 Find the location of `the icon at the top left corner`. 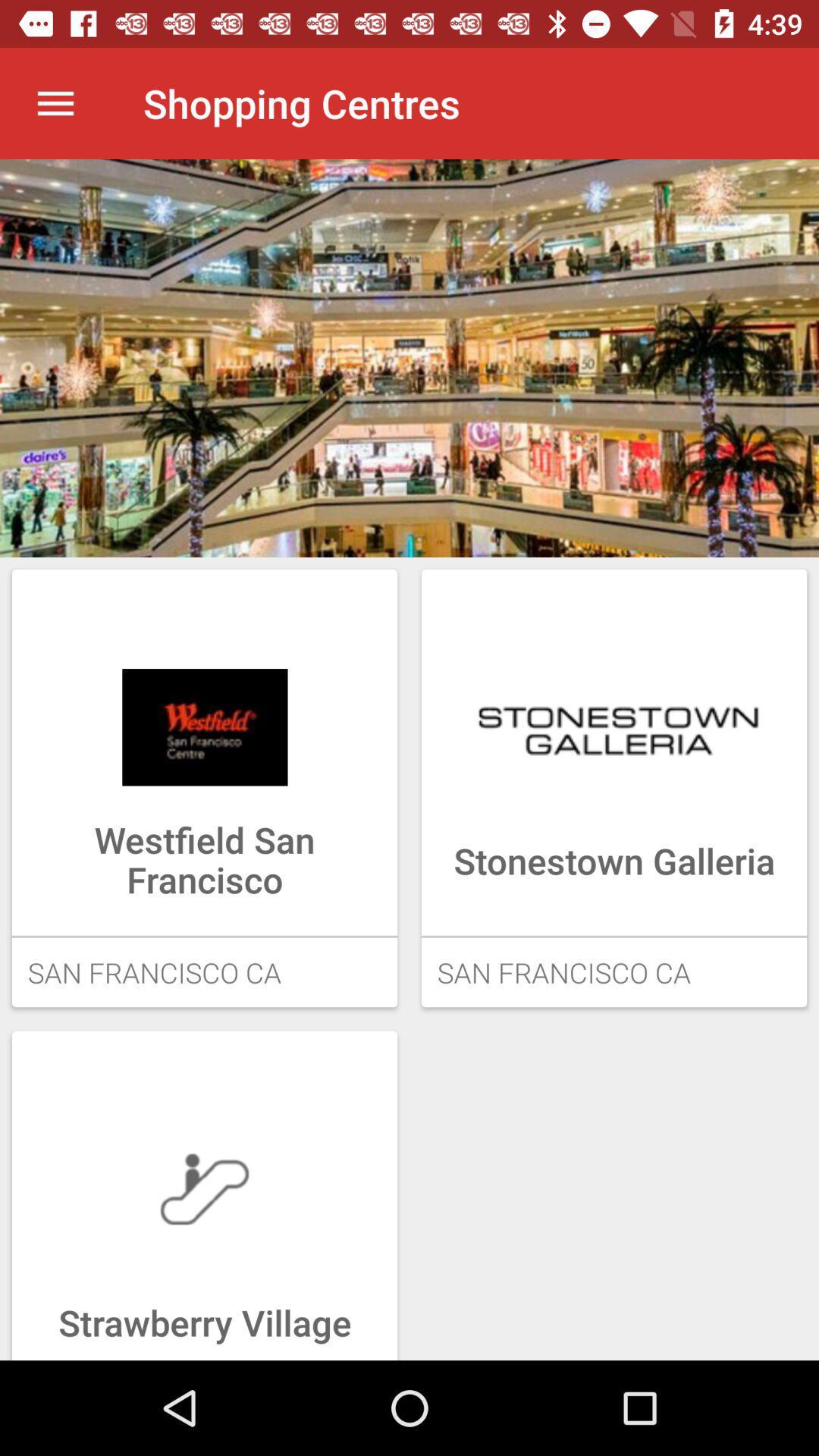

the icon at the top left corner is located at coordinates (55, 102).